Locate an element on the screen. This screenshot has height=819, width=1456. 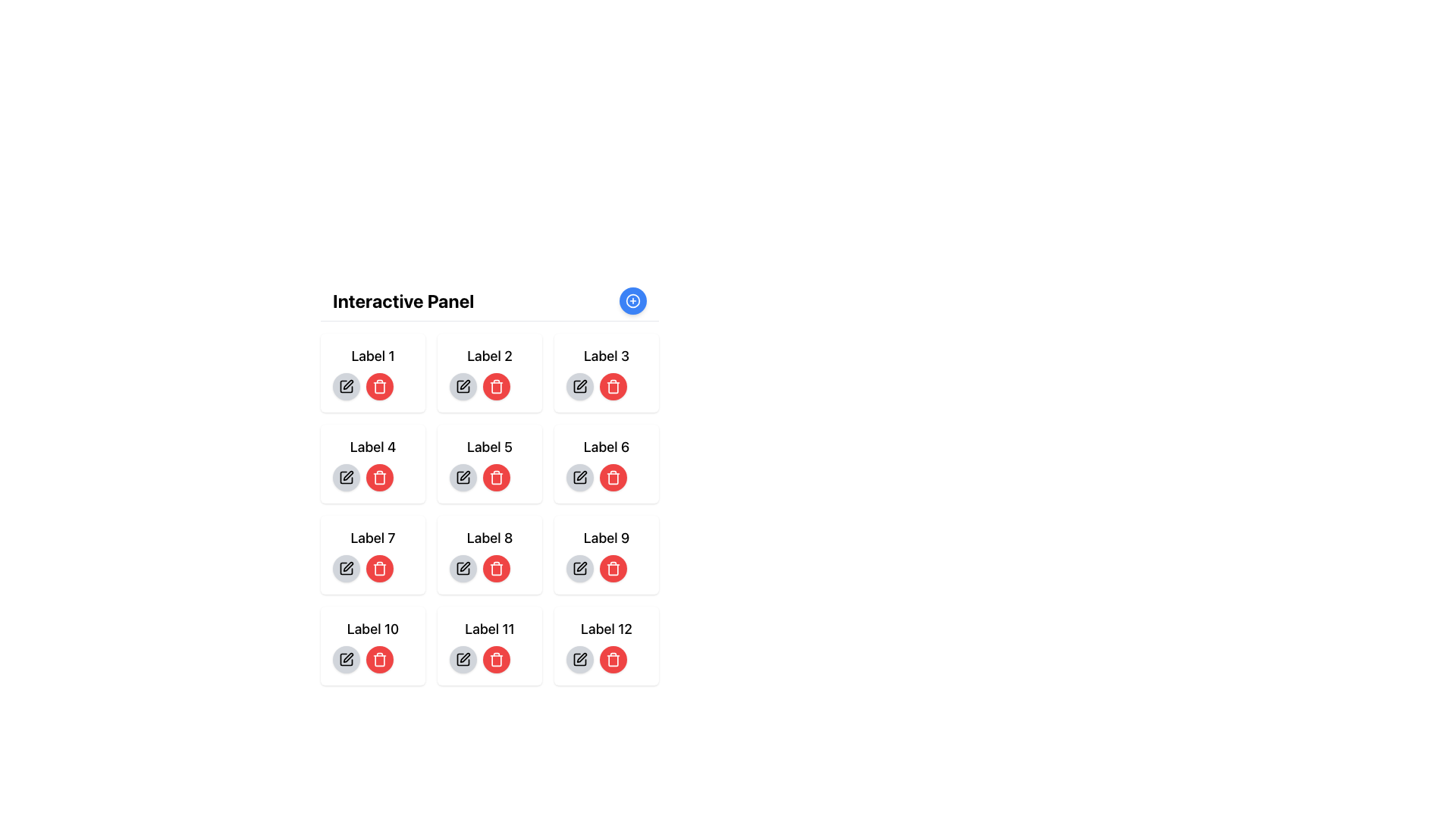
the edit button associated with 'Label 10' located in the bottom-left corner of the grid layout to initiate the edit action is located at coordinates (345, 659).